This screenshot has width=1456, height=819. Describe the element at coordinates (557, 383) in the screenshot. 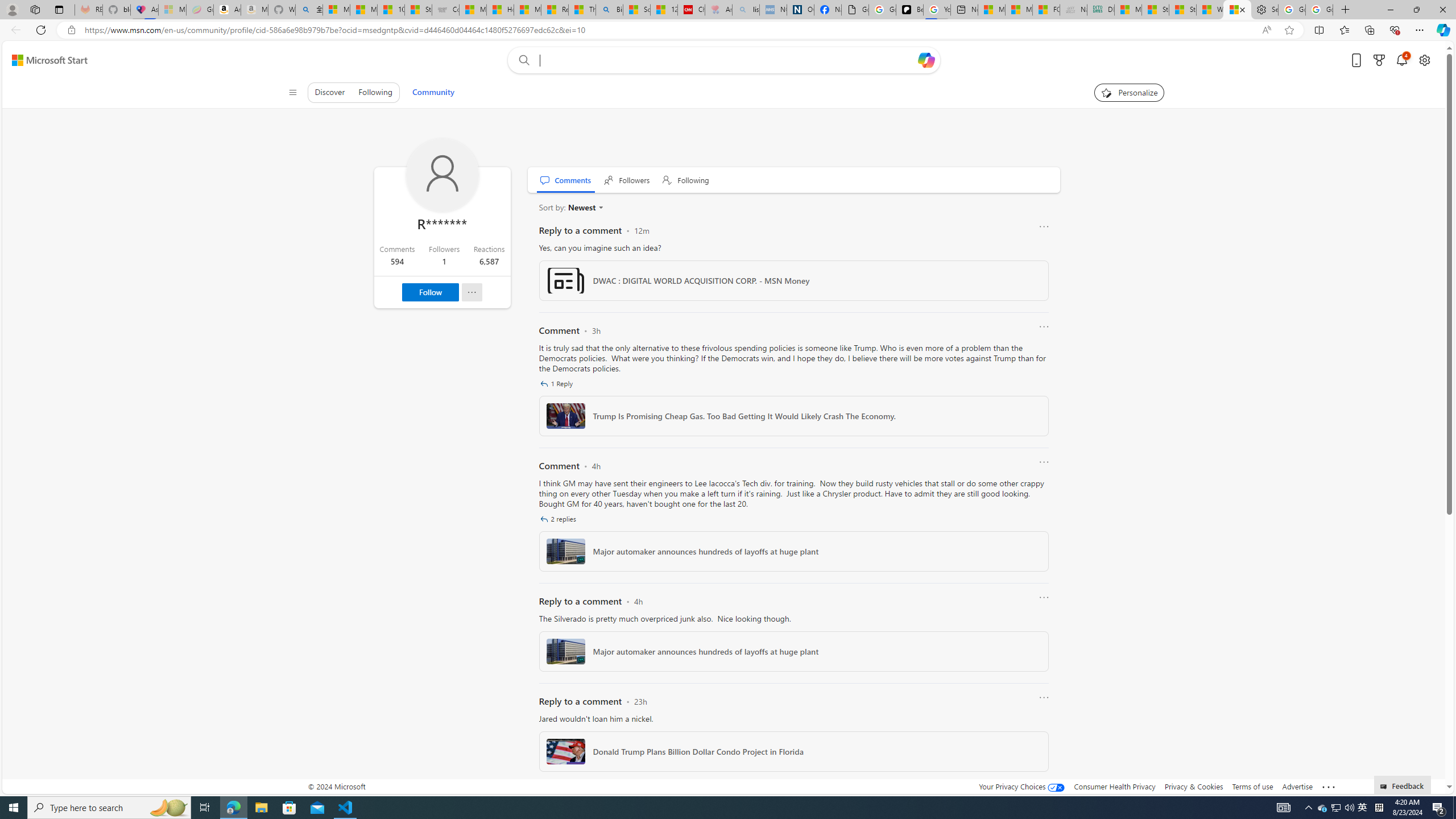

I see `'1 Reply'` at that location.